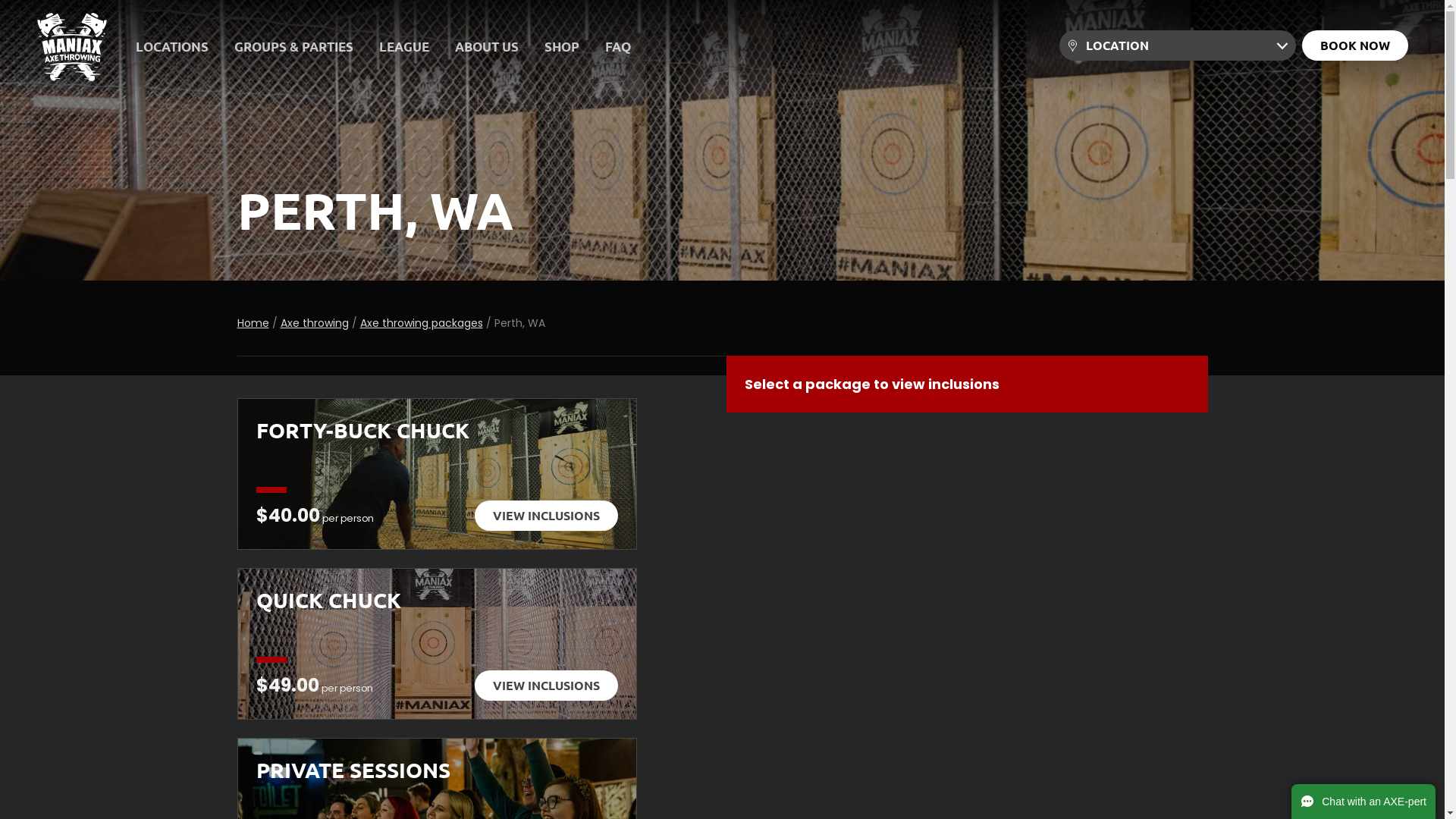  What do you see at coordinates (1354, 45) in the screenshot?
I see `'BOOK NOW'` at bounding box center [1354, 45].